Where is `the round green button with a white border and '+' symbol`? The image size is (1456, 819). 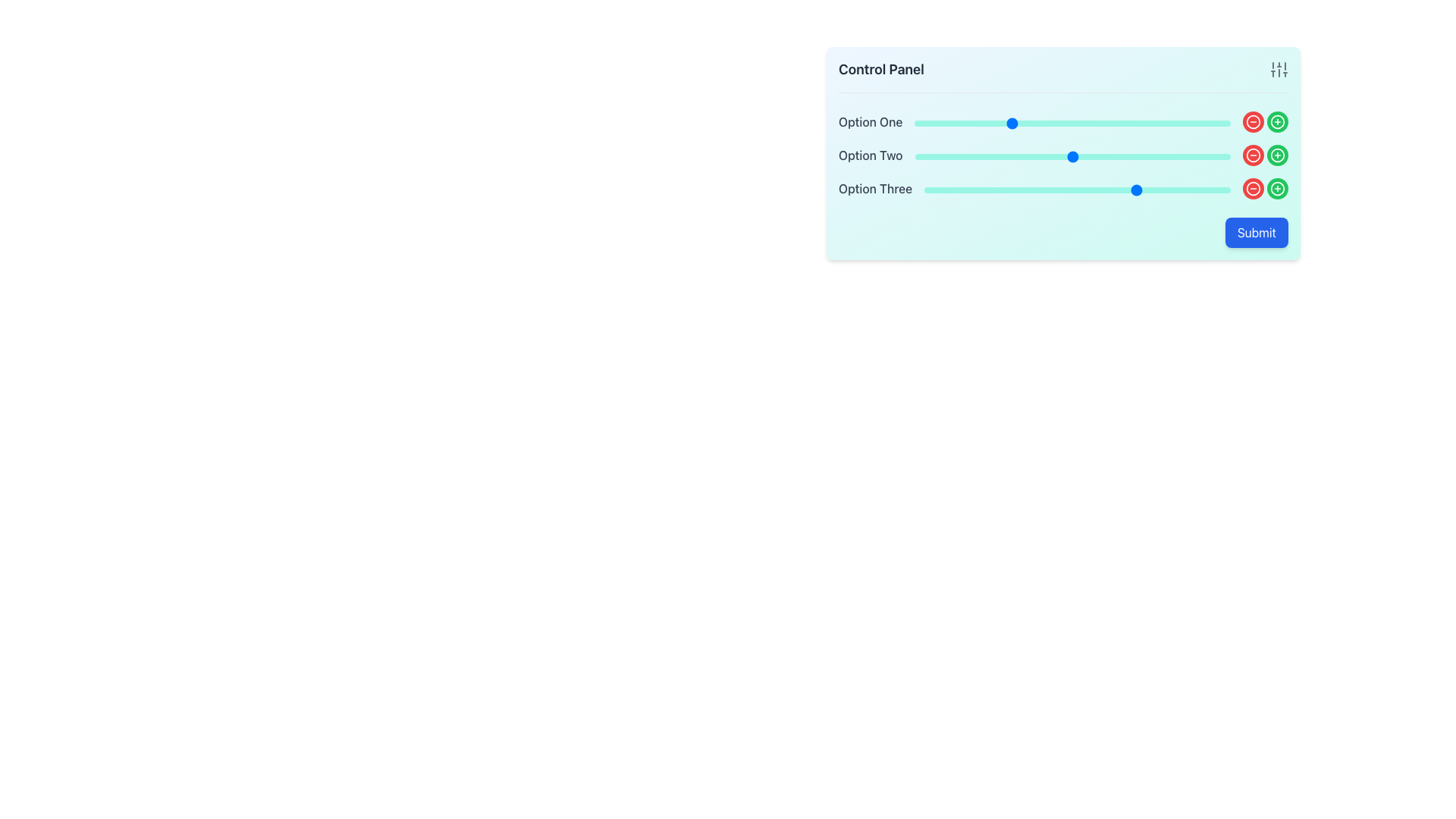
the round green button with a white border and '+' symbol is located at coordinates (1276, 155).